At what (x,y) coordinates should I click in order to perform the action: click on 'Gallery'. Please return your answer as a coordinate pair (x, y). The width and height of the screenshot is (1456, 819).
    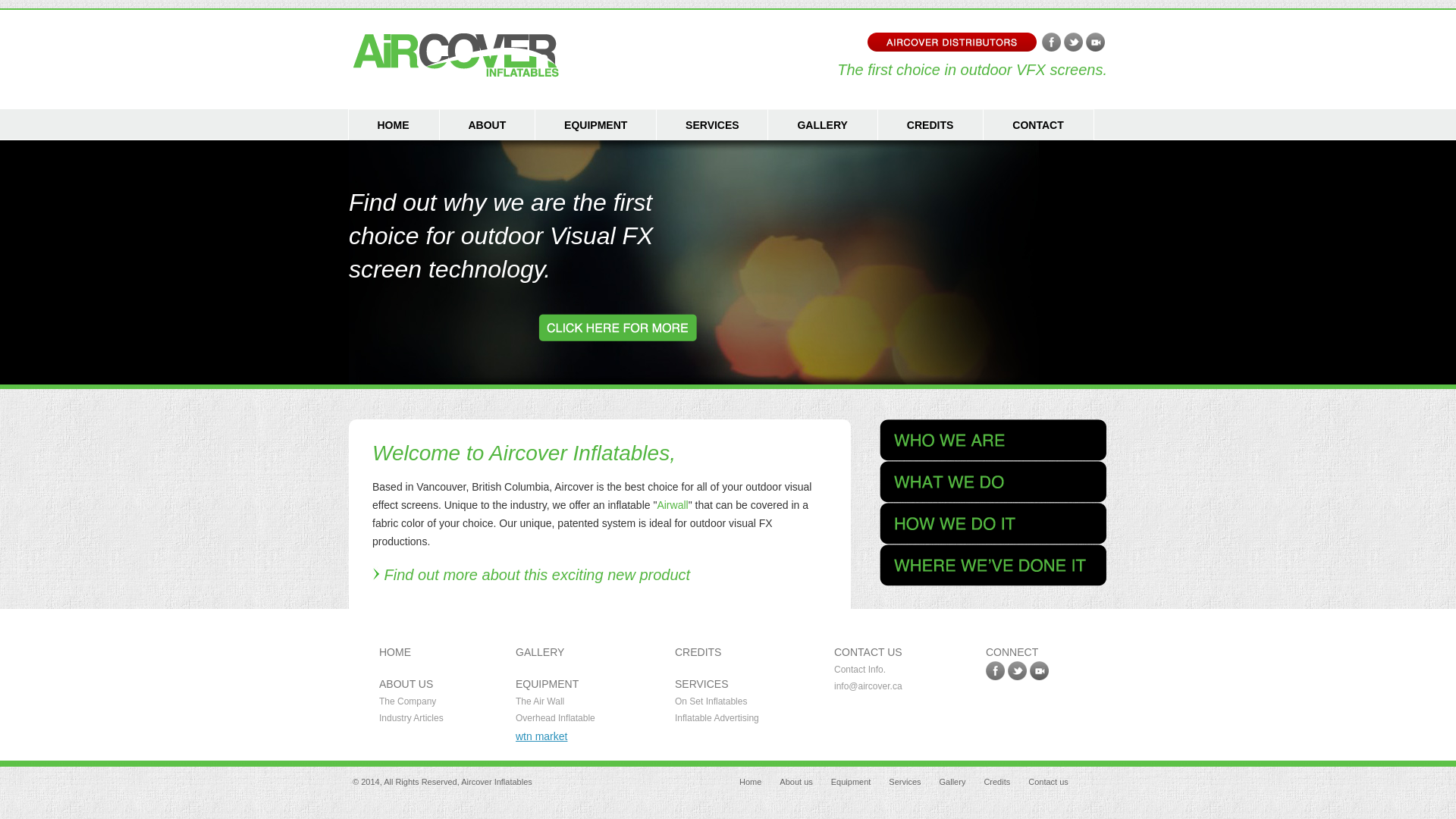
    Looking at the image, I should click on (948, 781).